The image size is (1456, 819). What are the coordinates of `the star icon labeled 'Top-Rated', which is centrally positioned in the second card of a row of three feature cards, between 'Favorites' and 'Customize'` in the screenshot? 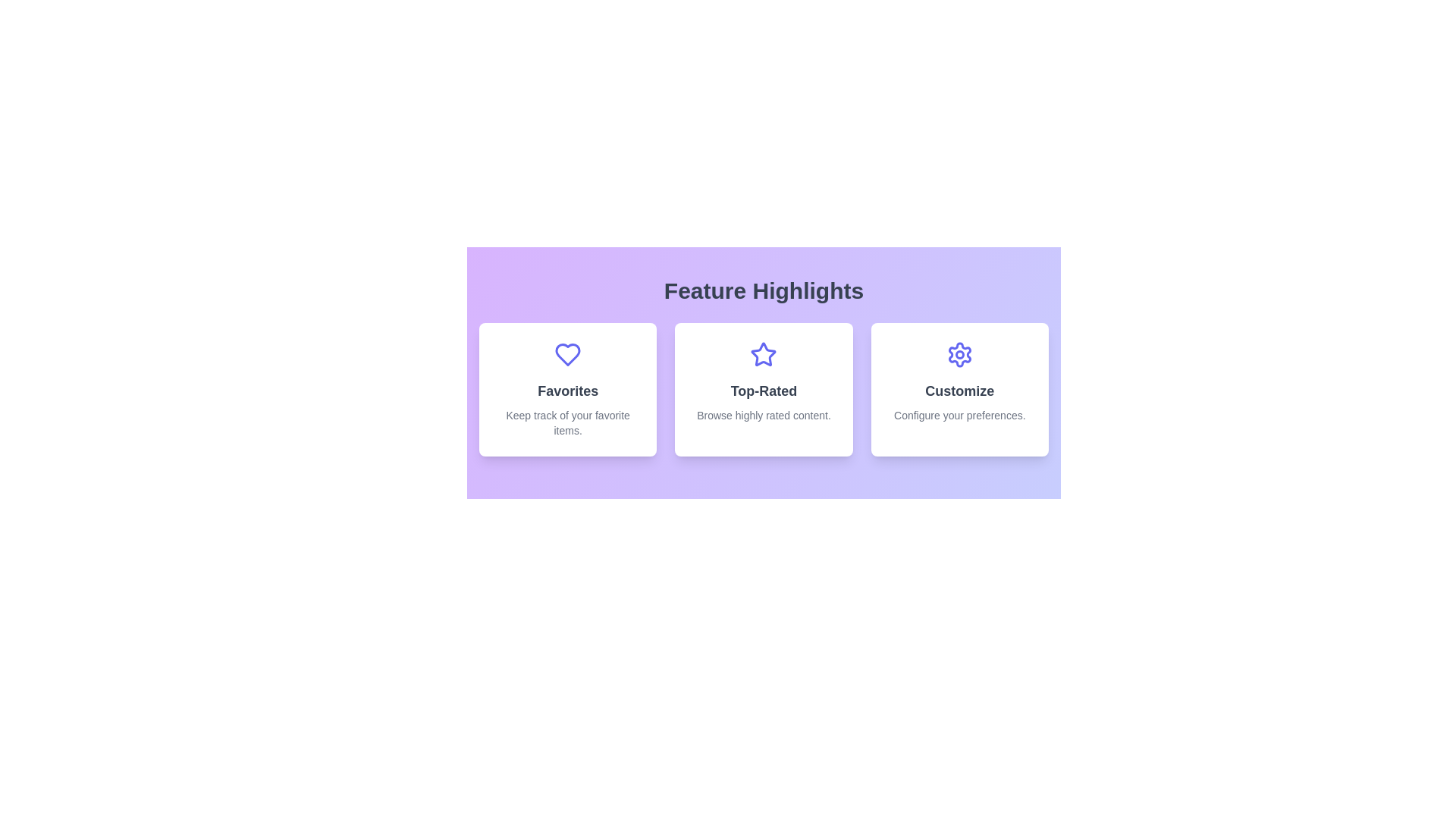 It's located at (764, 354).